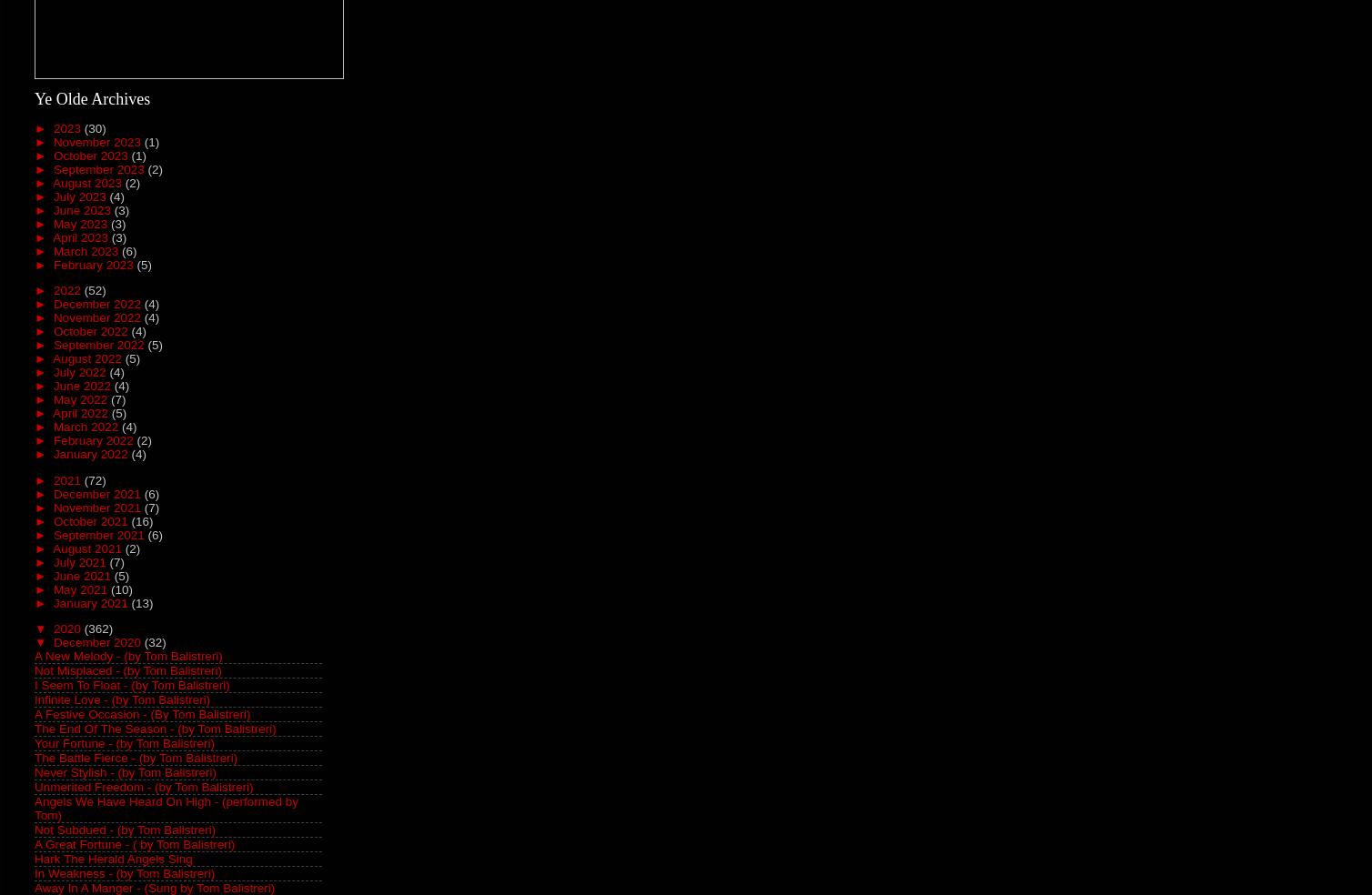 Image resolution: width=1372 pixels, height=895 pixels. What do you see at coordinates (92, 330) in the screenshot?
I see `'October 2022'` at bounding box center [92, 330].